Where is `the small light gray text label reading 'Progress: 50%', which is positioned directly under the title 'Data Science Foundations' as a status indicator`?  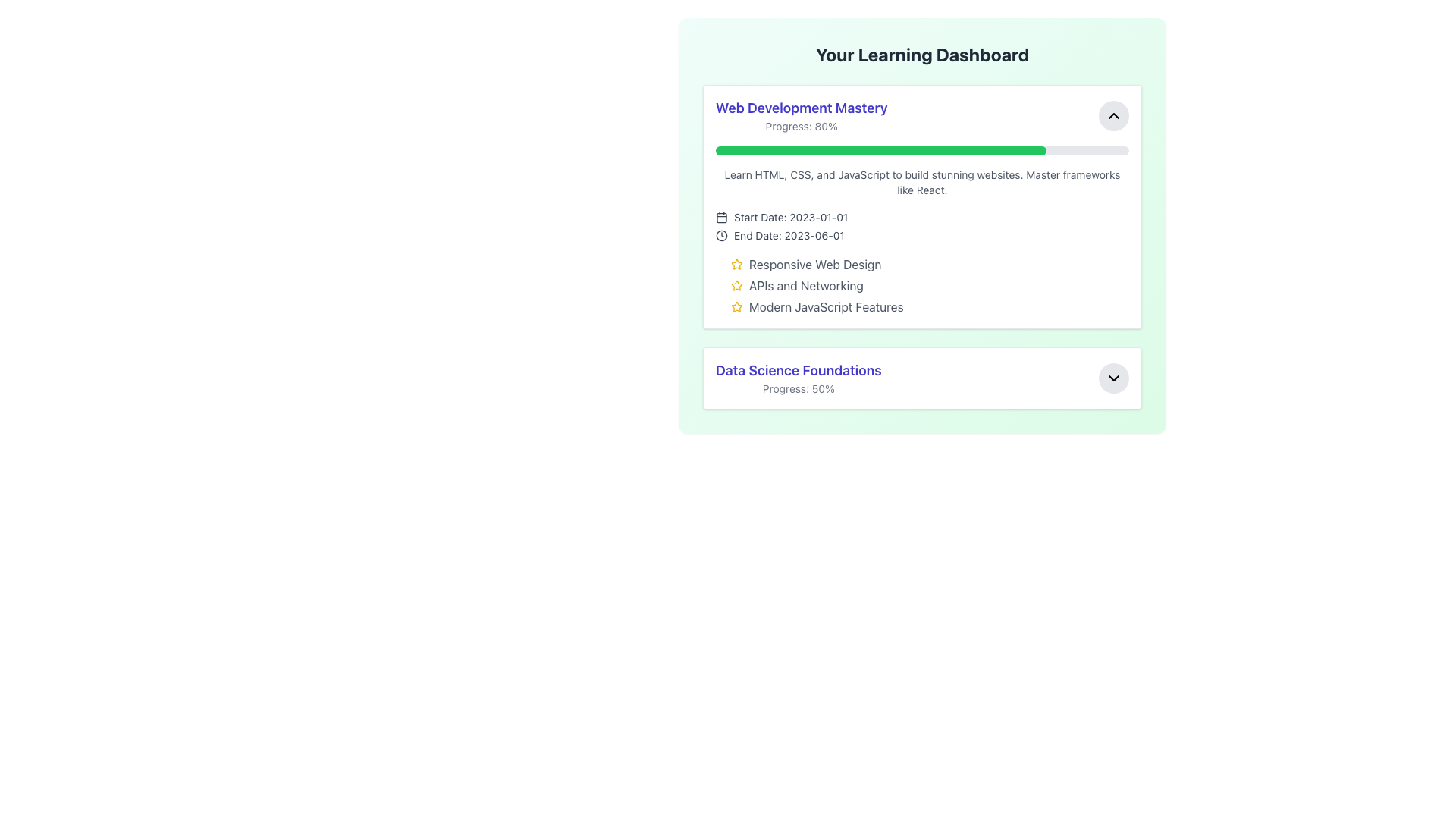
the small light gray text label reading 'Progress: 50%', which is positioned directly under the title 'Data Science Foundations' as a status indicator is located at coordinates (798, 388).